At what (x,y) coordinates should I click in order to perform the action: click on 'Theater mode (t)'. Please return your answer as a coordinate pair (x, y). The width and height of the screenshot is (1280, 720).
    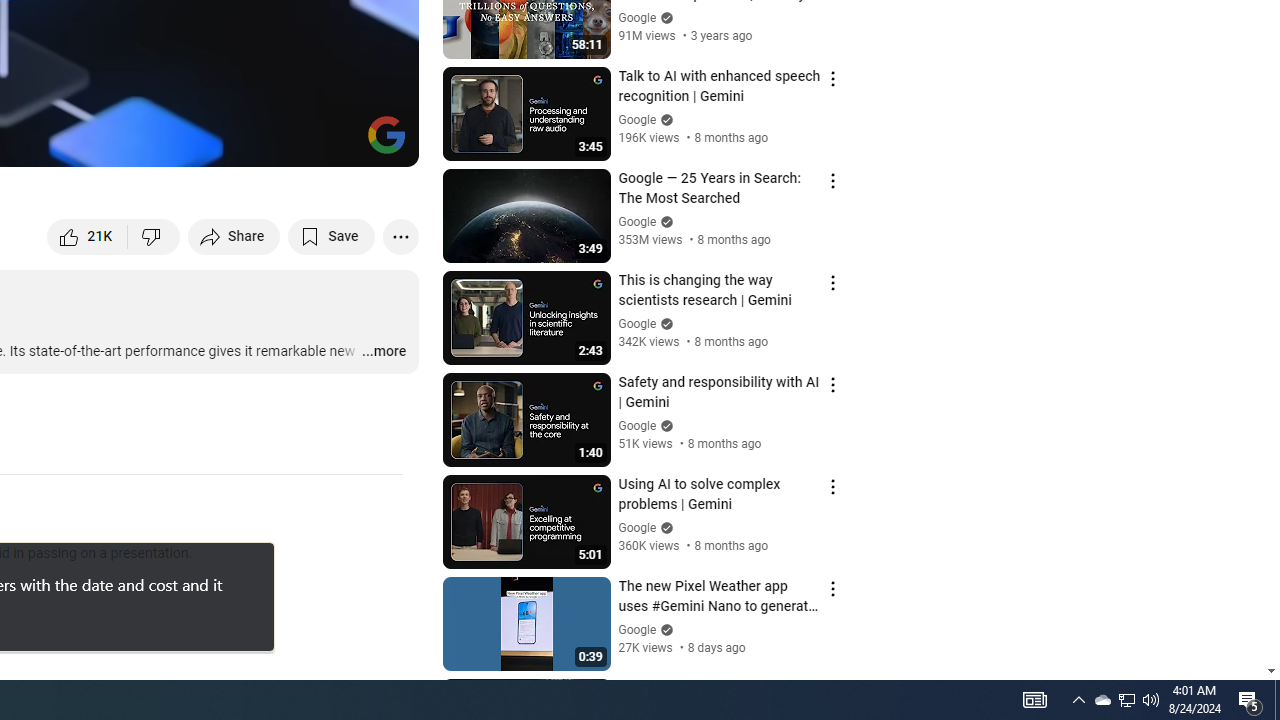
    Looking at the image, I should click on (334, 141).